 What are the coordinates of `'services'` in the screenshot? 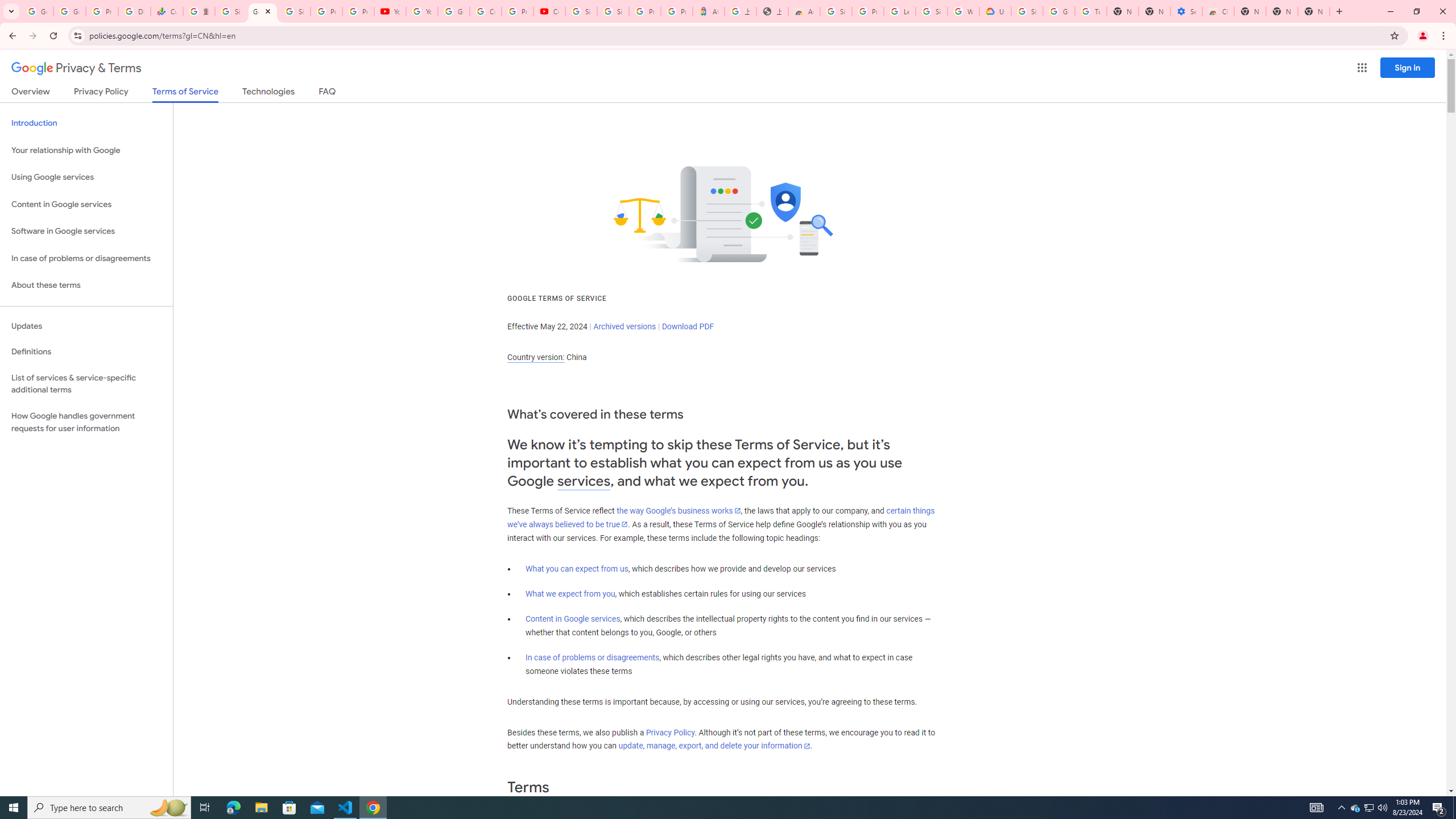 It's located at (584, 481).